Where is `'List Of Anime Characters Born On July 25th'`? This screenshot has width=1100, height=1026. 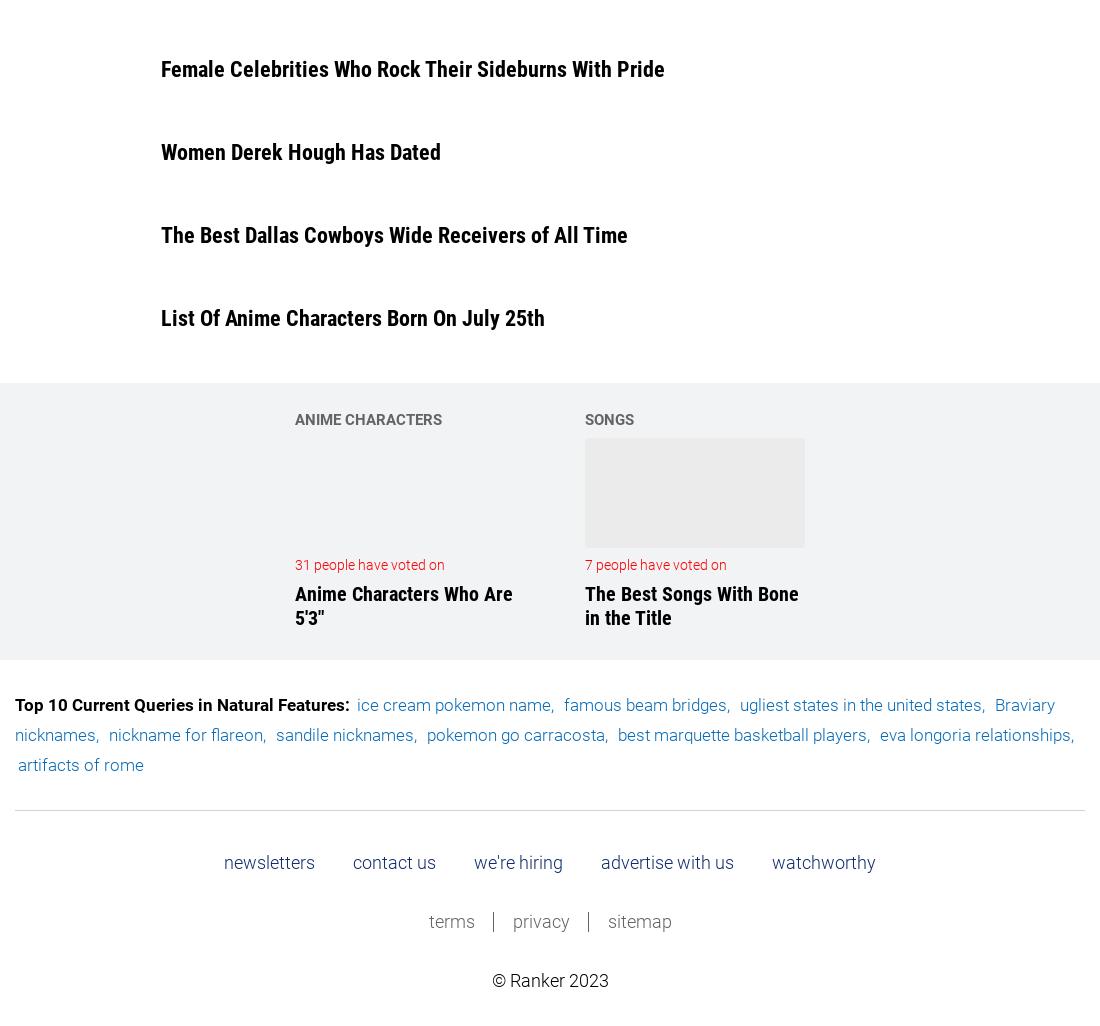 'List Of Anime Characters Born On July 25th' is located at coordinates (352, 318).